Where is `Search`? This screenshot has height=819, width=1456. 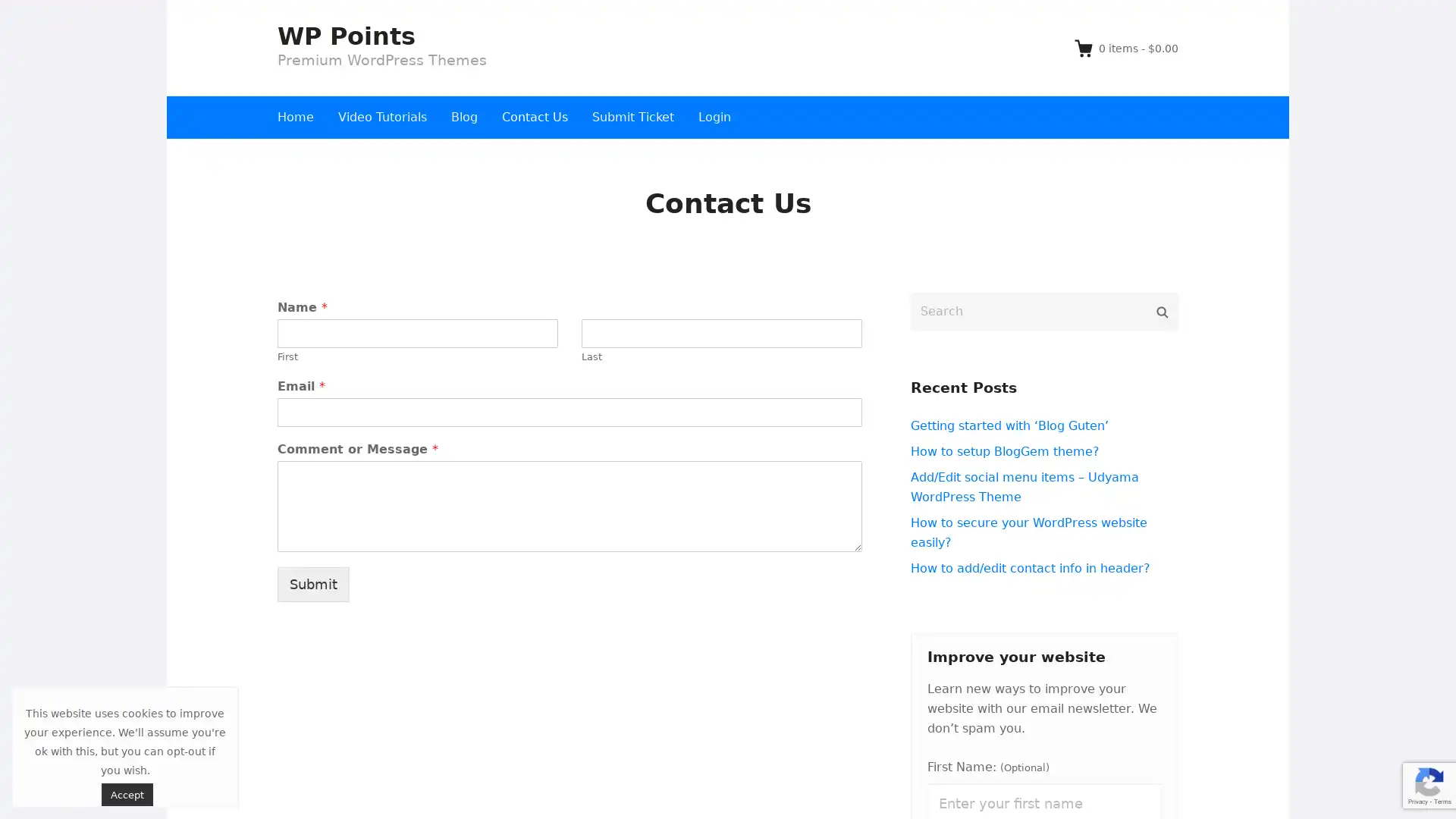 Search is located at coordinates (1161, 311).